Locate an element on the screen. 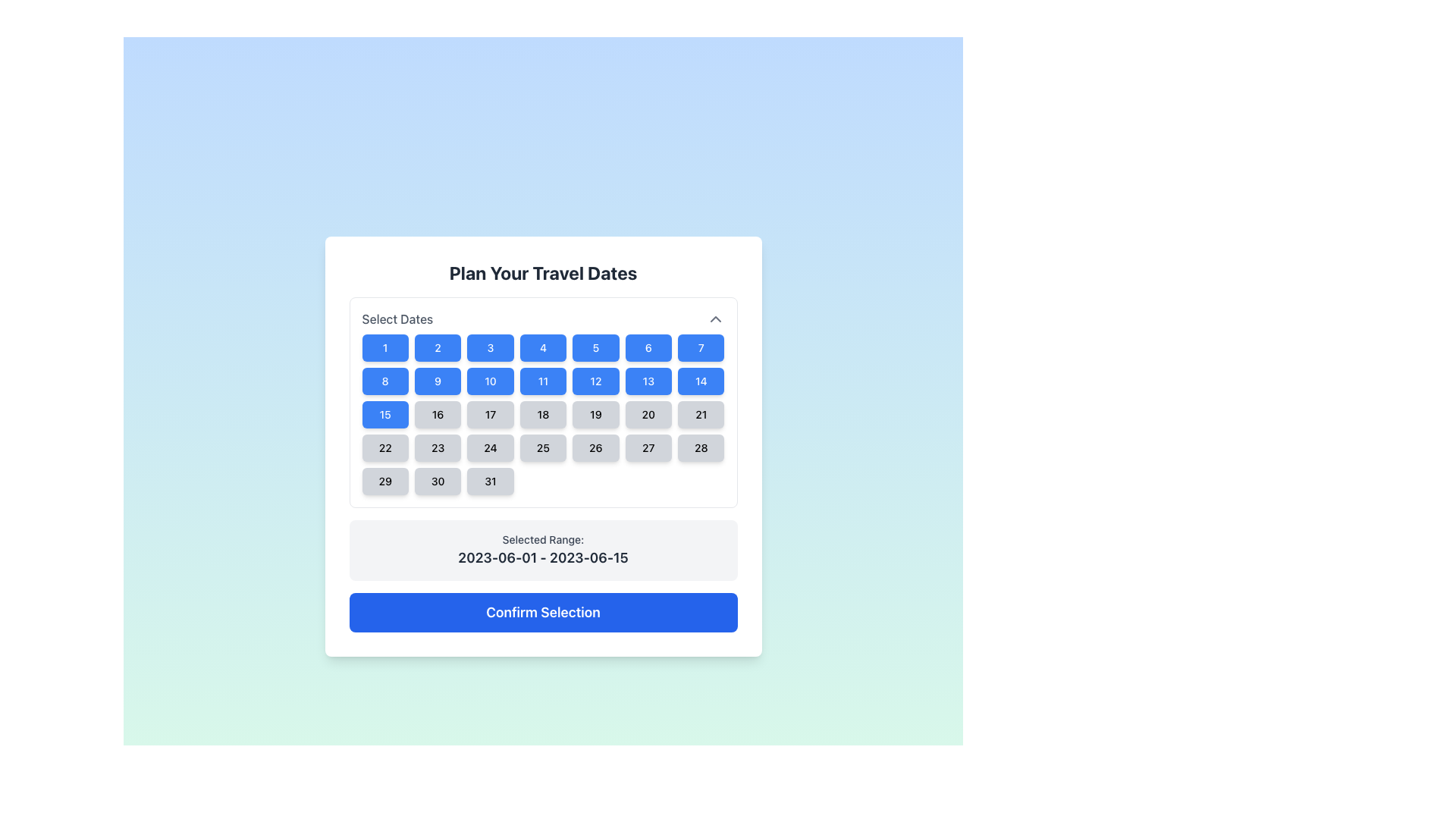 This screenshot has height=819, width=1456. the interactive grid in the 'Plan Your Travel Dates' interface is located at coordinates (543, 415).